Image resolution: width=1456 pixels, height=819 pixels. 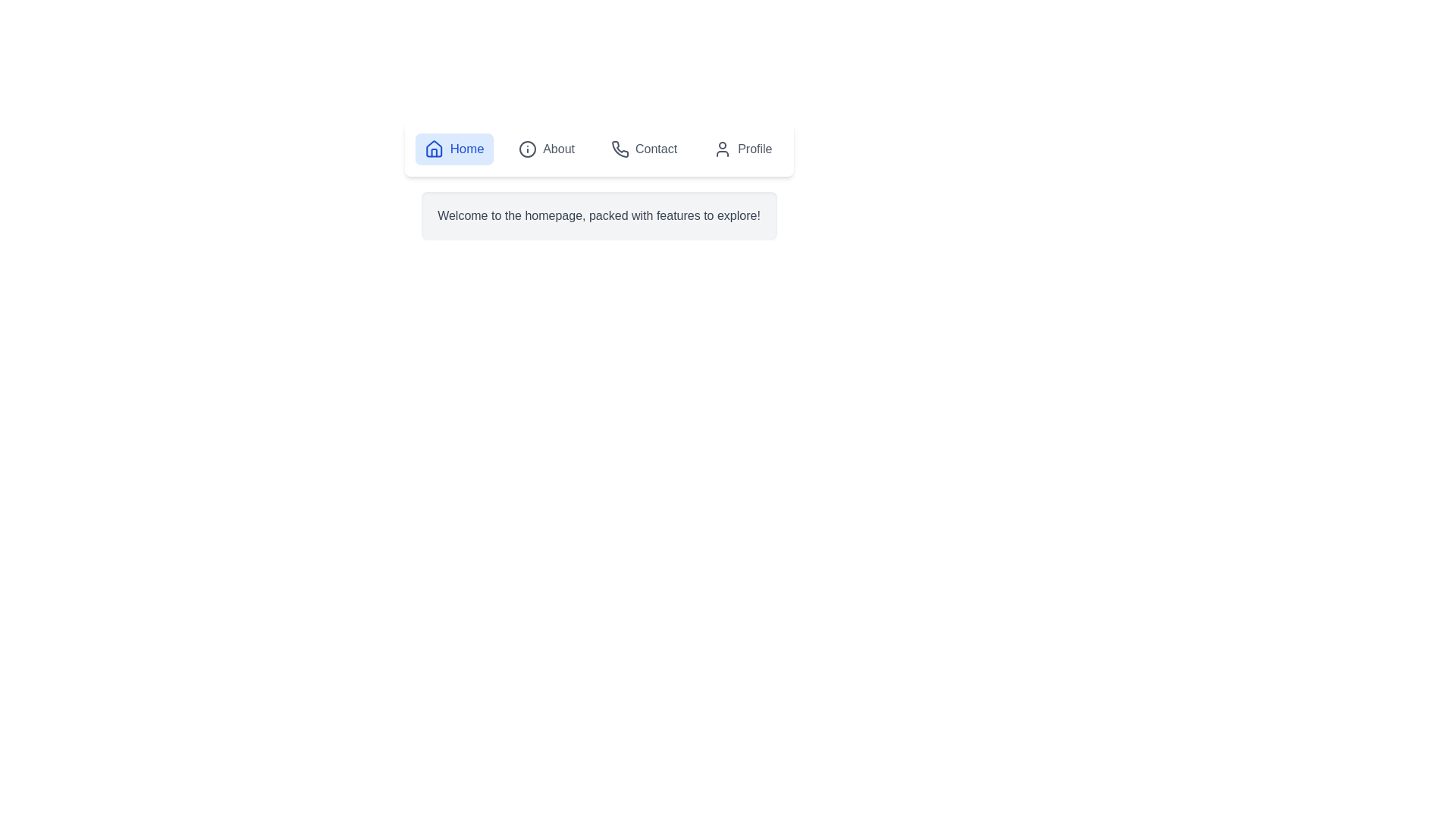 I want to click on the Home tab by clicking its button, so click(x=453, y=149).